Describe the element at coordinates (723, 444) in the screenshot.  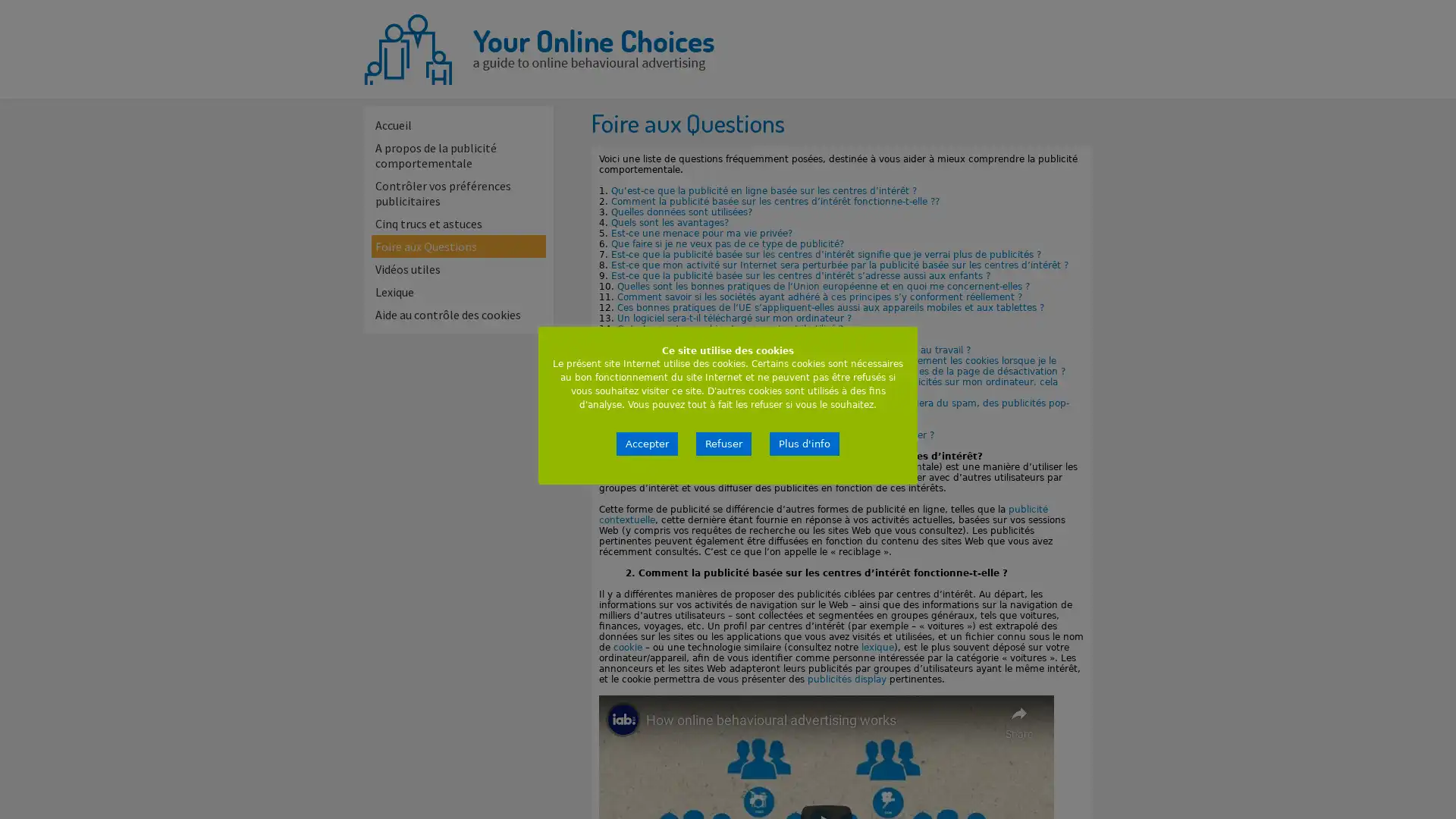
I see `Refuser` at that location.